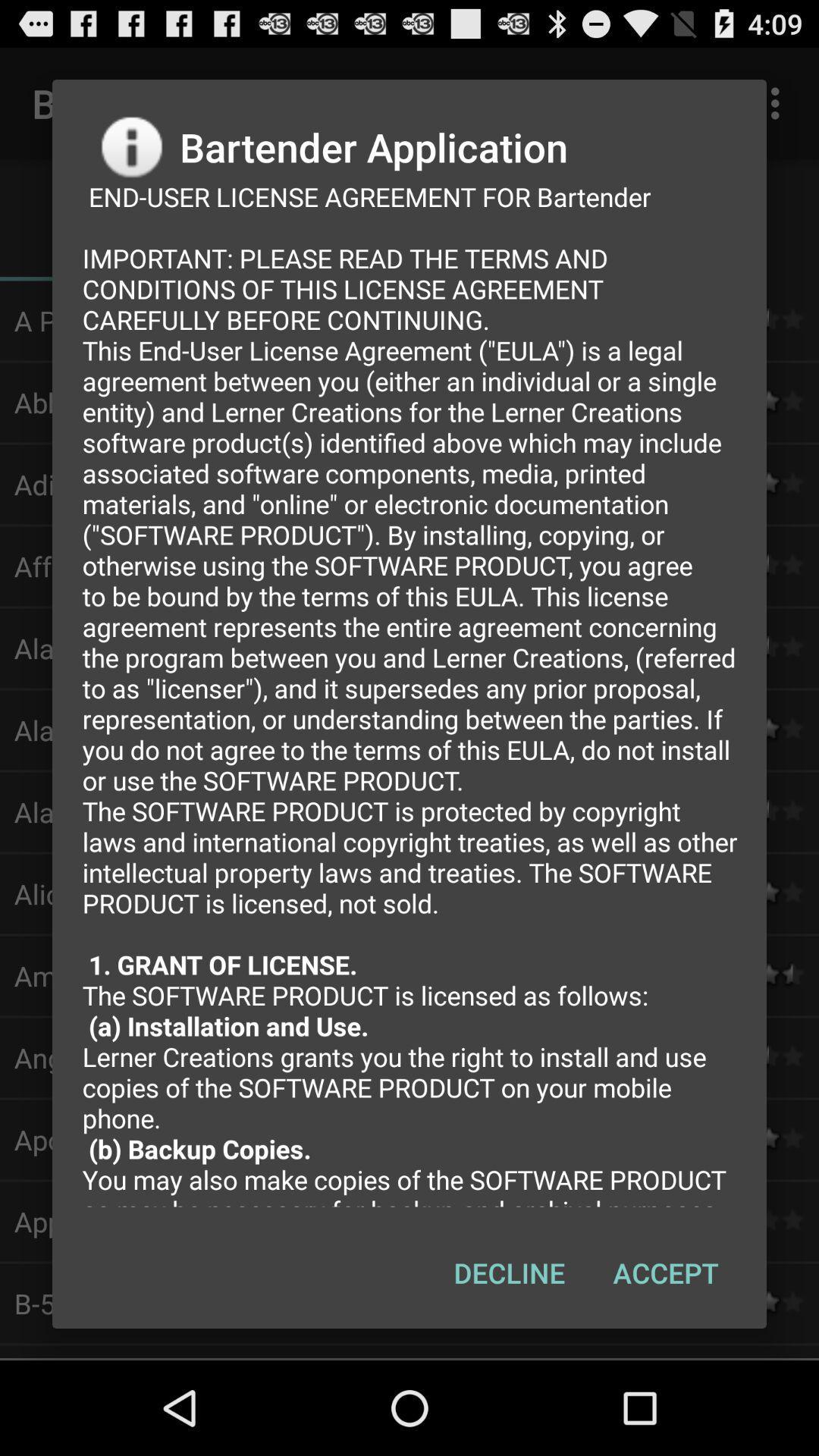 The width and height of the screenshot is (819, 1456). What do you see at coordinates (665, 1272) in the screenshot?
I see `the item at the bottom right corner` at bounding box center [665, 1272].